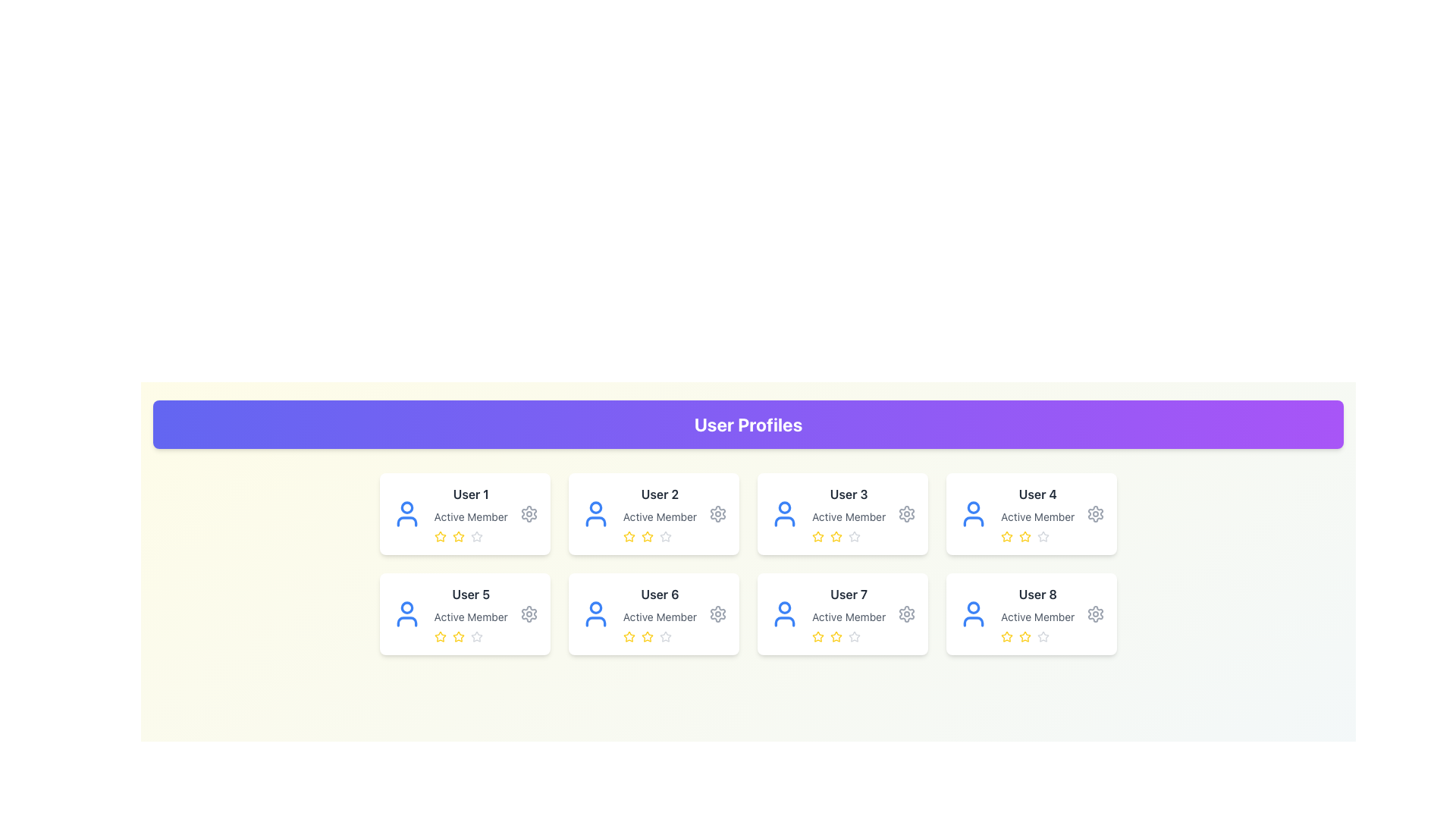  Describe the element at coordinates (855, 636) in the screenshot. I see `from the third star icon in the rating system under the 'User 7' profile` at that location.